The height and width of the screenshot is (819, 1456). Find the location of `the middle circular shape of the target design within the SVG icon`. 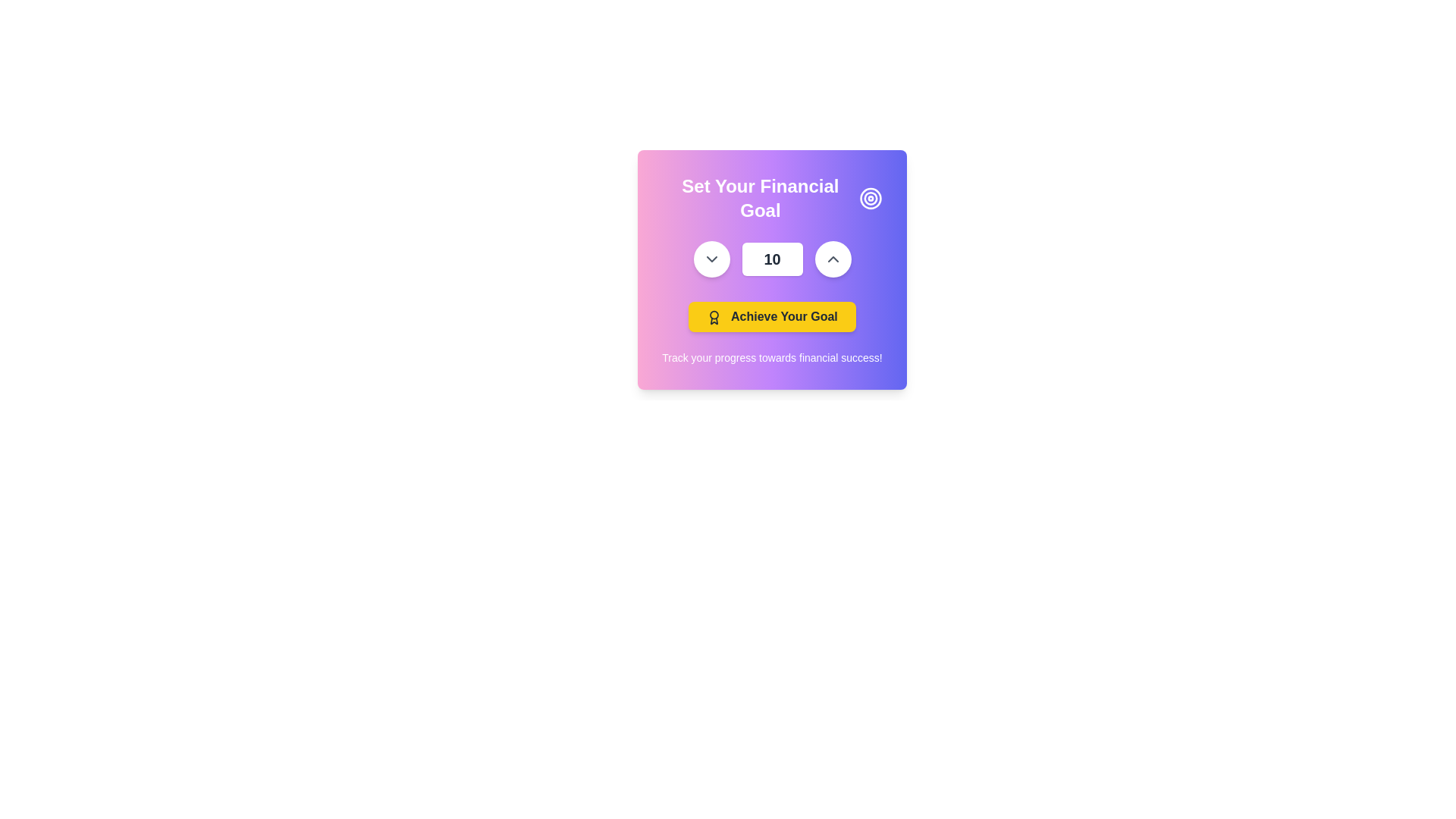

the middle circular shape of the target design within the SVG icon is located at coordinates (871, 198).